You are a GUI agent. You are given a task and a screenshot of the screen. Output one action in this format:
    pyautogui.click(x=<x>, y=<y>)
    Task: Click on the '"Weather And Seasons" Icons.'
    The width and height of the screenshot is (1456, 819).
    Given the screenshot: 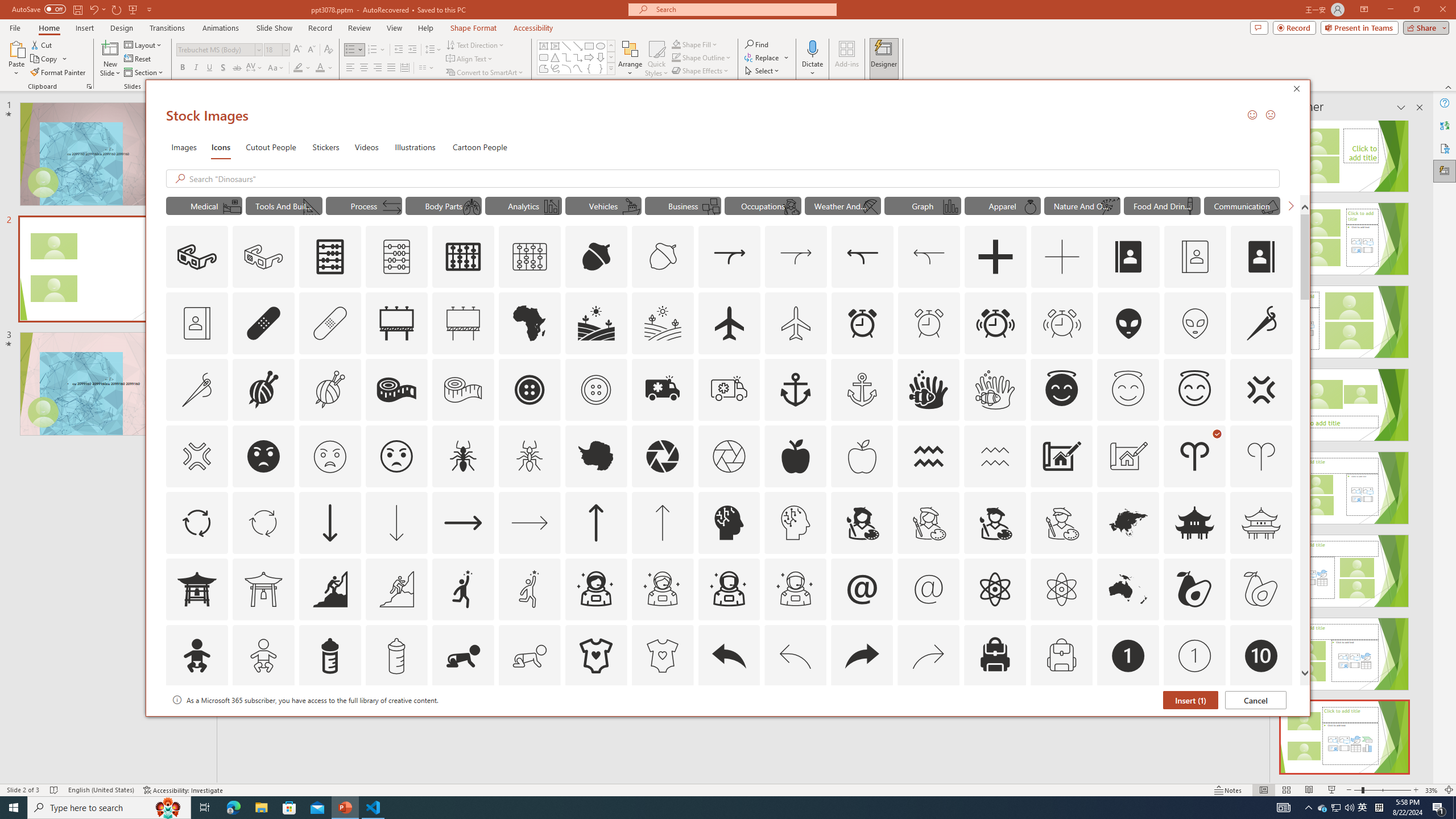 What is the action you would take?
    pyautogui.click(x=842, y=205)
    